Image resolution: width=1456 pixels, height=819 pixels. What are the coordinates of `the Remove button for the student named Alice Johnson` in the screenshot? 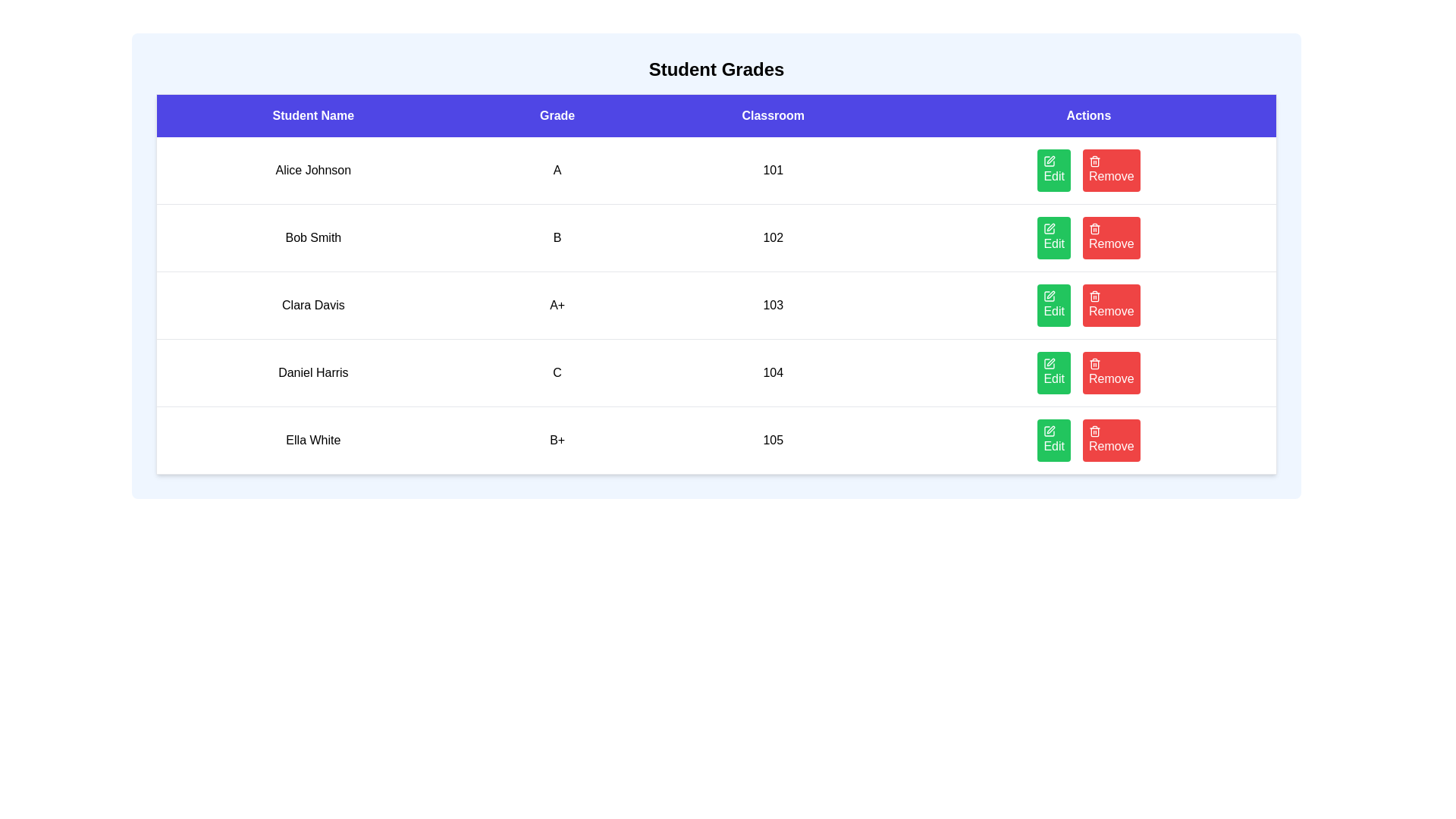 It's located at (1110, 170).